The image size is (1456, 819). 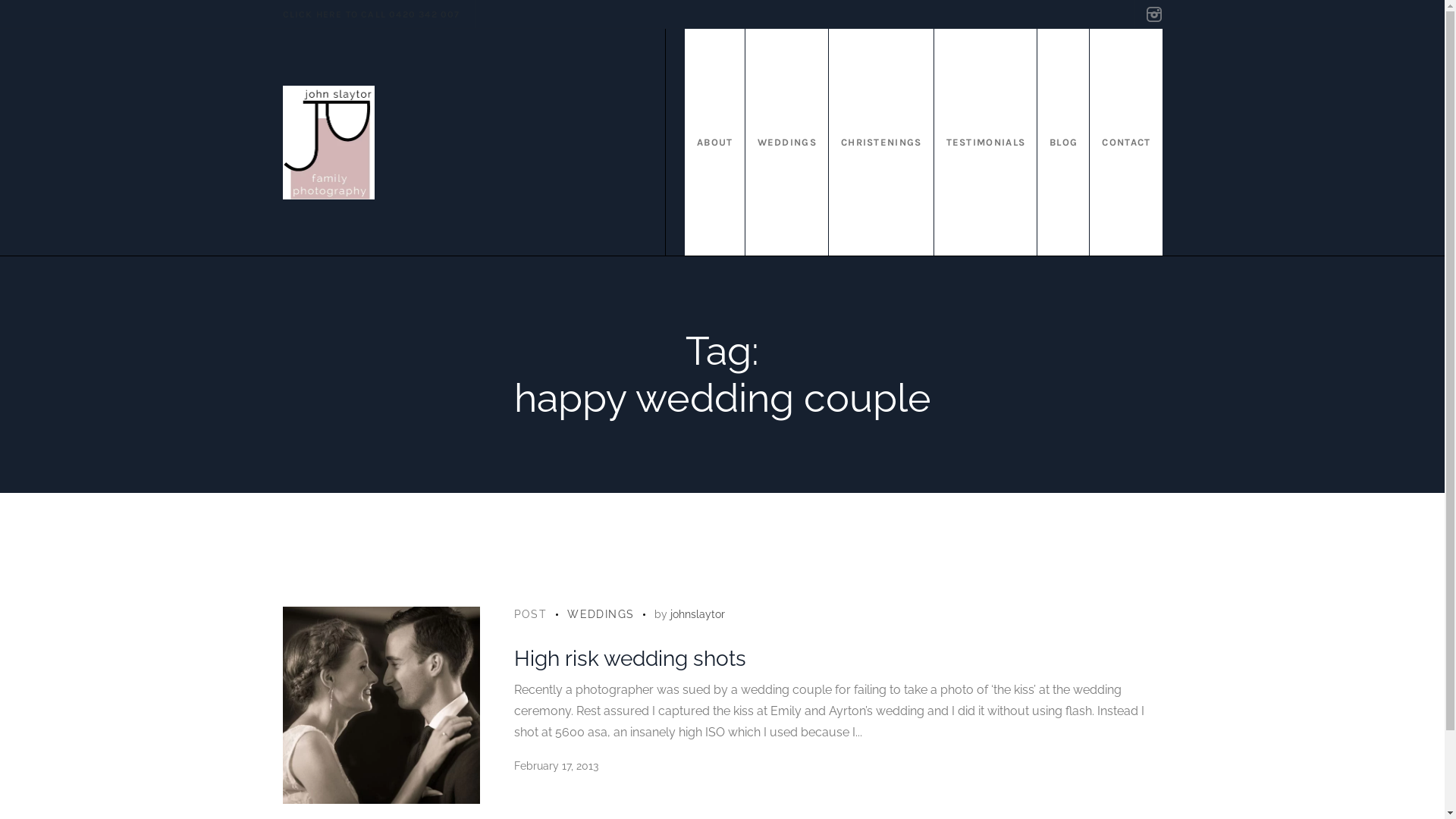 I want to click on 'WEDDINGS', so click(x=786, y=142).